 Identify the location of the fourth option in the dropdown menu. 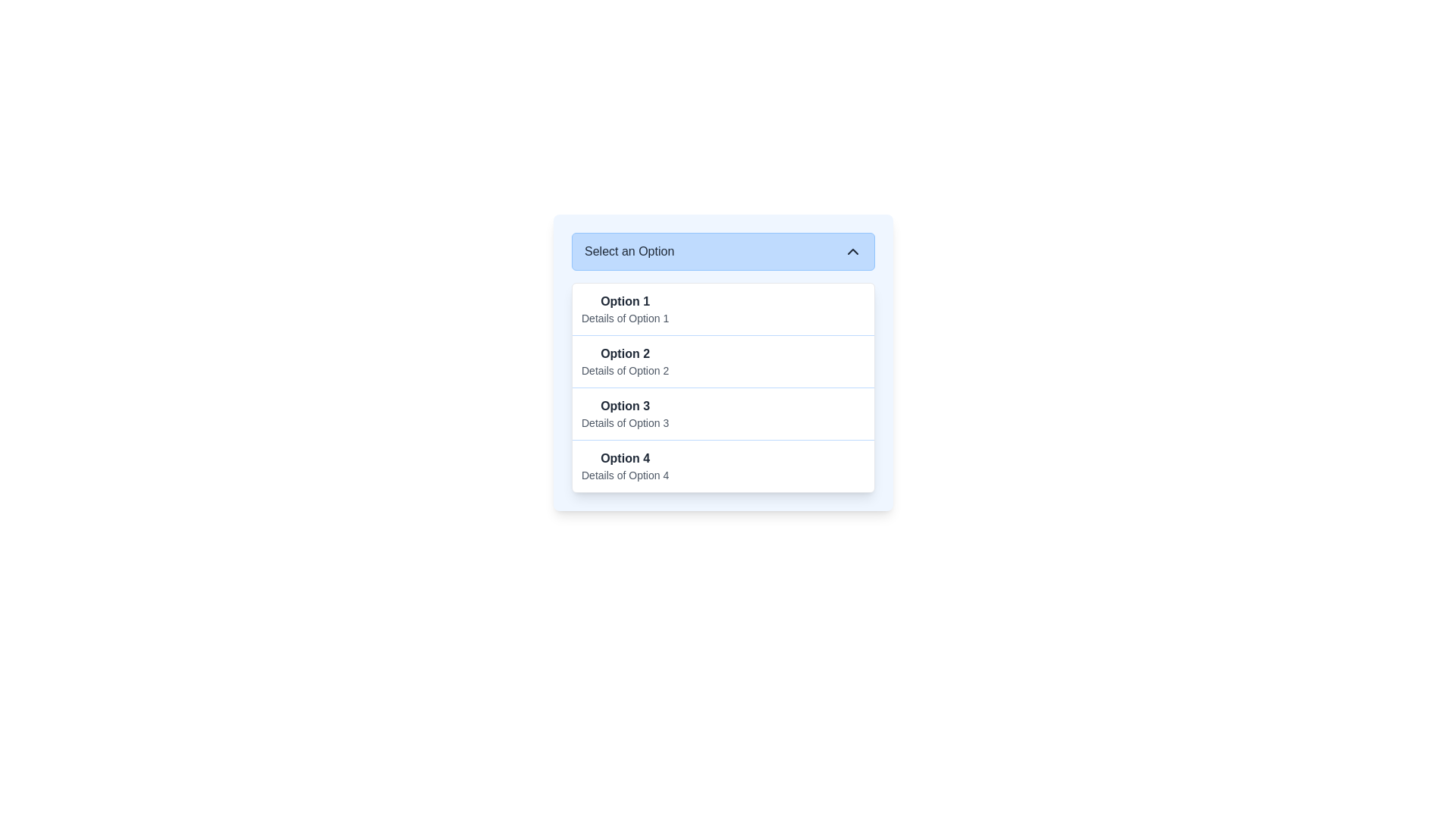
(625, 465).